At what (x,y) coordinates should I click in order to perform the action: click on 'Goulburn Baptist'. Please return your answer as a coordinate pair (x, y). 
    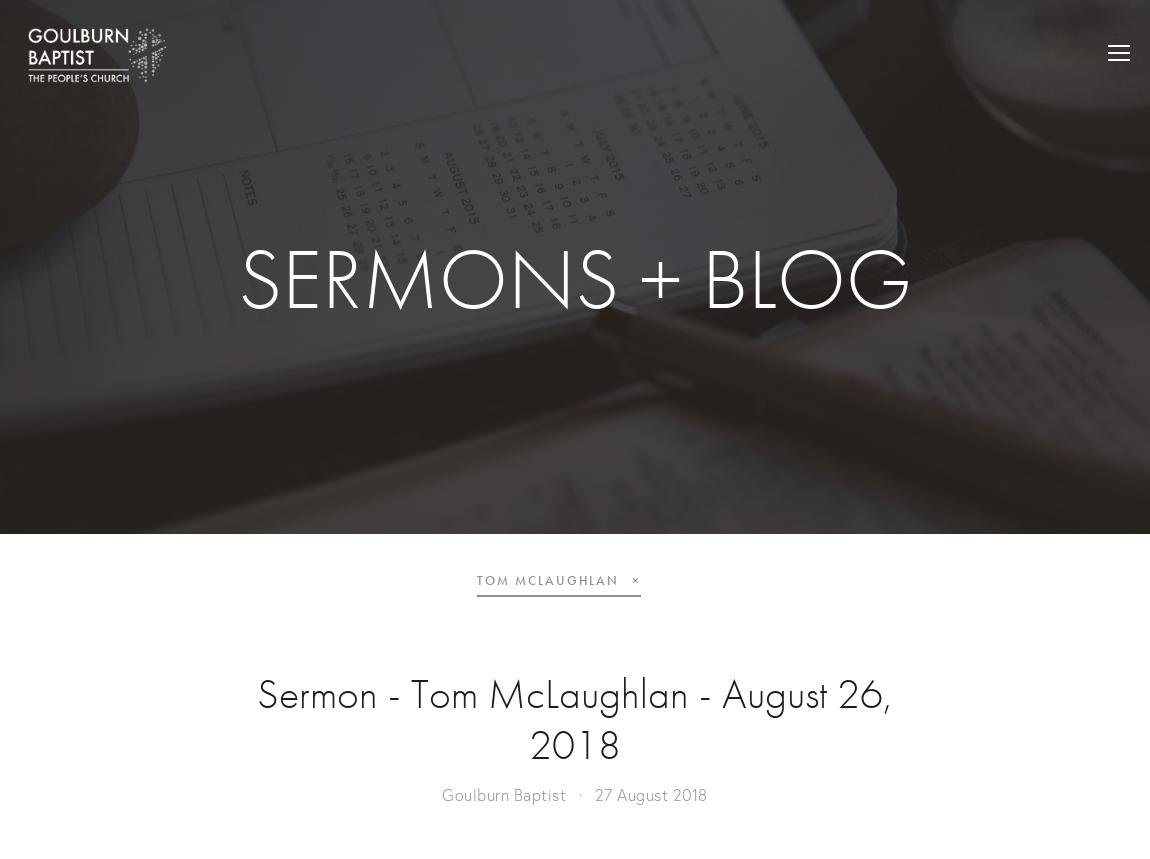
    Looking at the image, I should click on (504, 793).